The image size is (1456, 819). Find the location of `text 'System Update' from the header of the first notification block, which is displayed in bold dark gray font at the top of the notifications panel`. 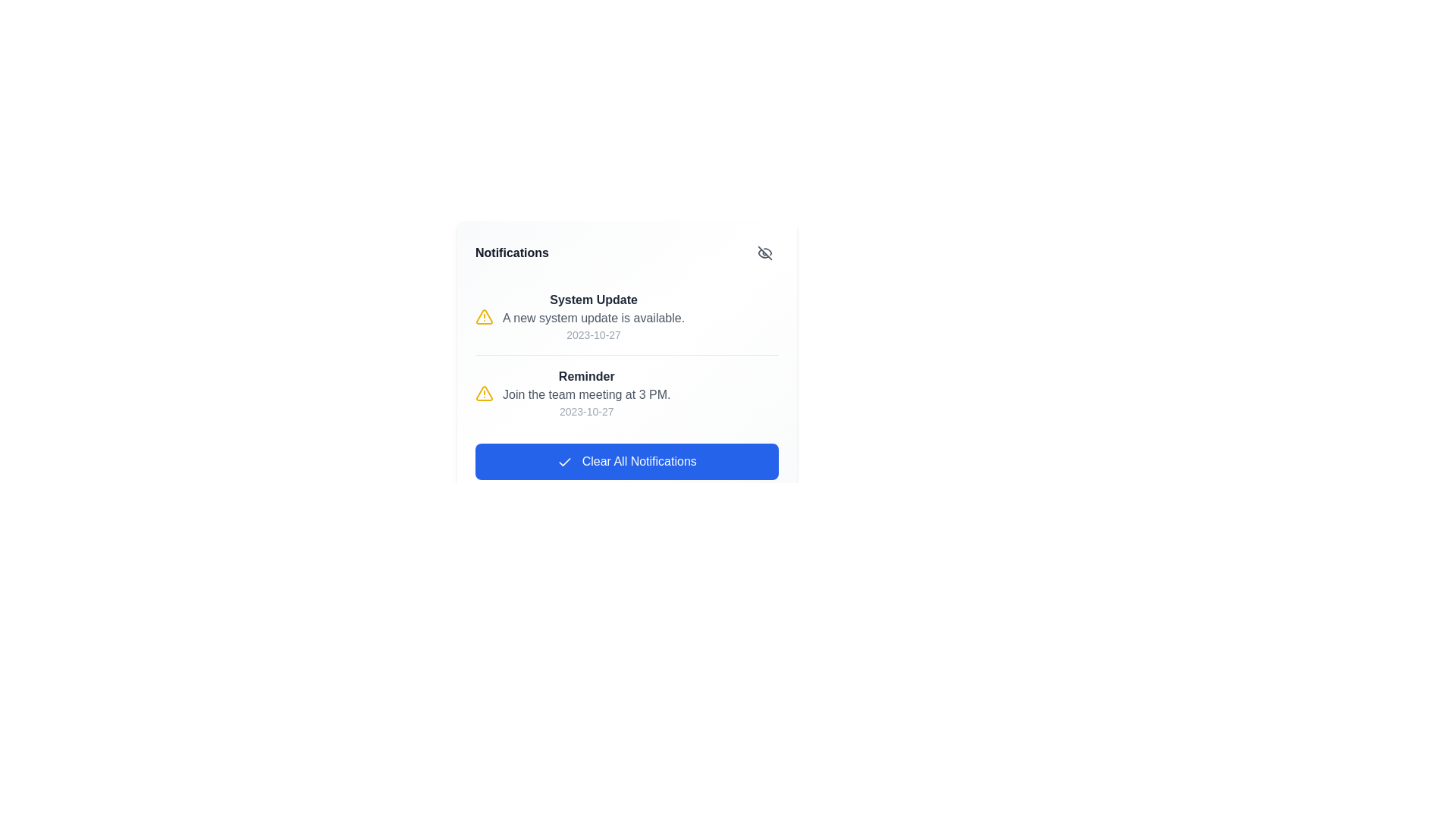

text 'System Update' from the header of the first notification block, which is displayed in bold dark gray font at the top of the notifications panel is located at coordinates (592, 300).